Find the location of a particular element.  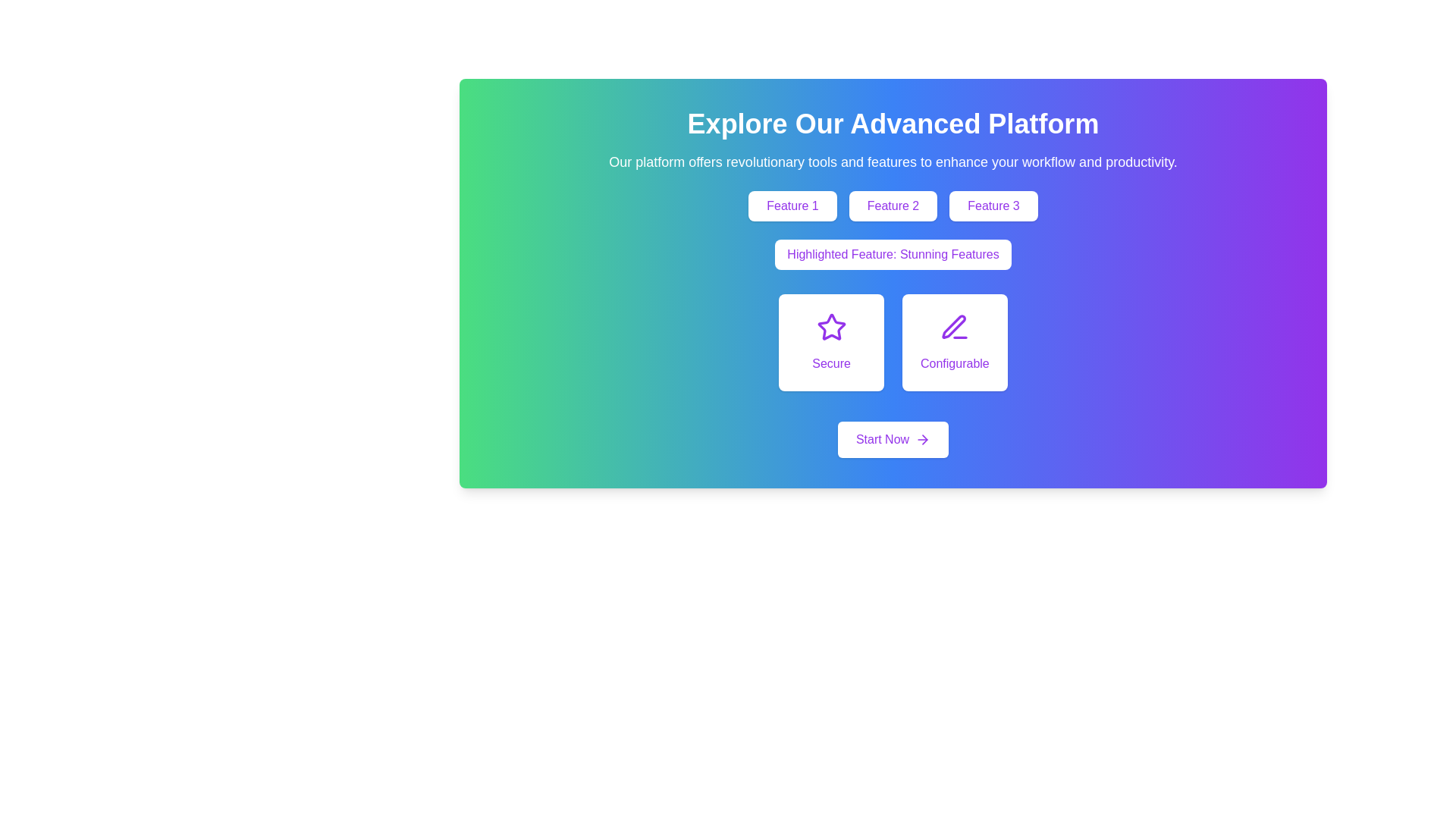

the text display component that highlights 'Stunning Features', positioned centrally below the buttons labeled Feature 1, Feature 2, and Feature 3, and directly above the cards labeled Secure and Configurable is located at coordinates (893, 253).